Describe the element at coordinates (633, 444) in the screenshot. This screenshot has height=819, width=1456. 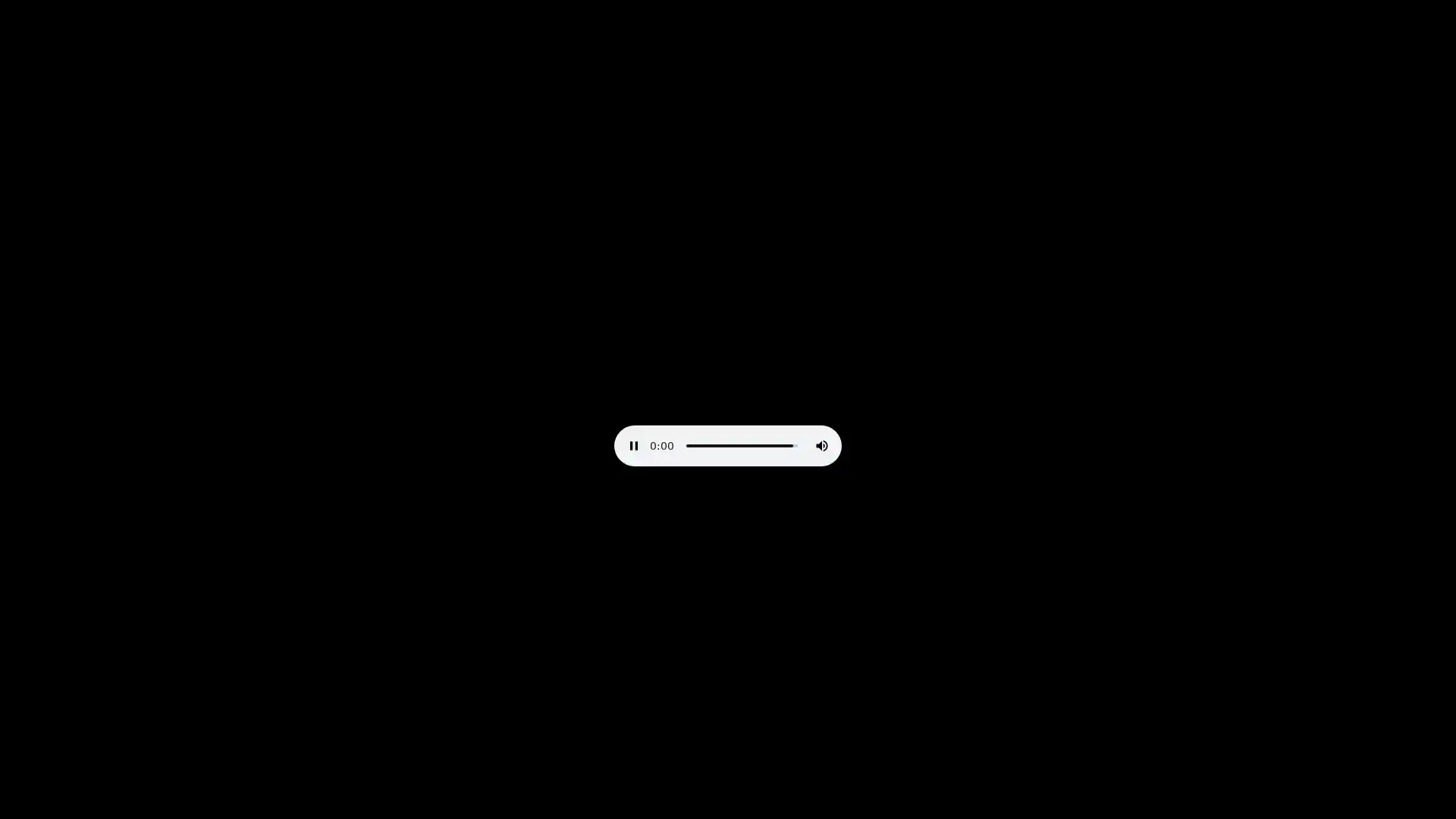
I see `pause` at that location.